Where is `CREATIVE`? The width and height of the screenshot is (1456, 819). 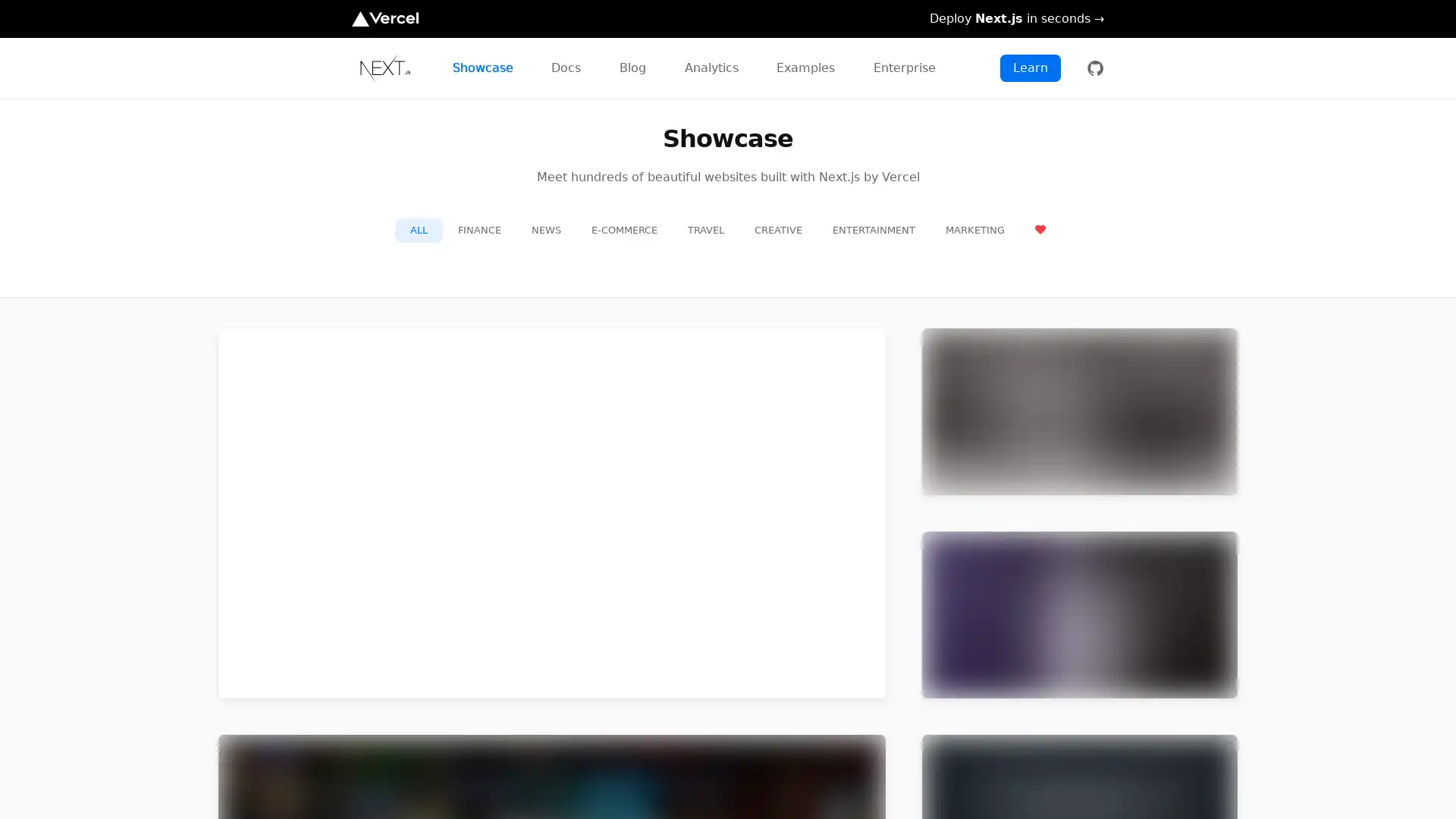 CREATIVE is located at coordinates (778, 230).